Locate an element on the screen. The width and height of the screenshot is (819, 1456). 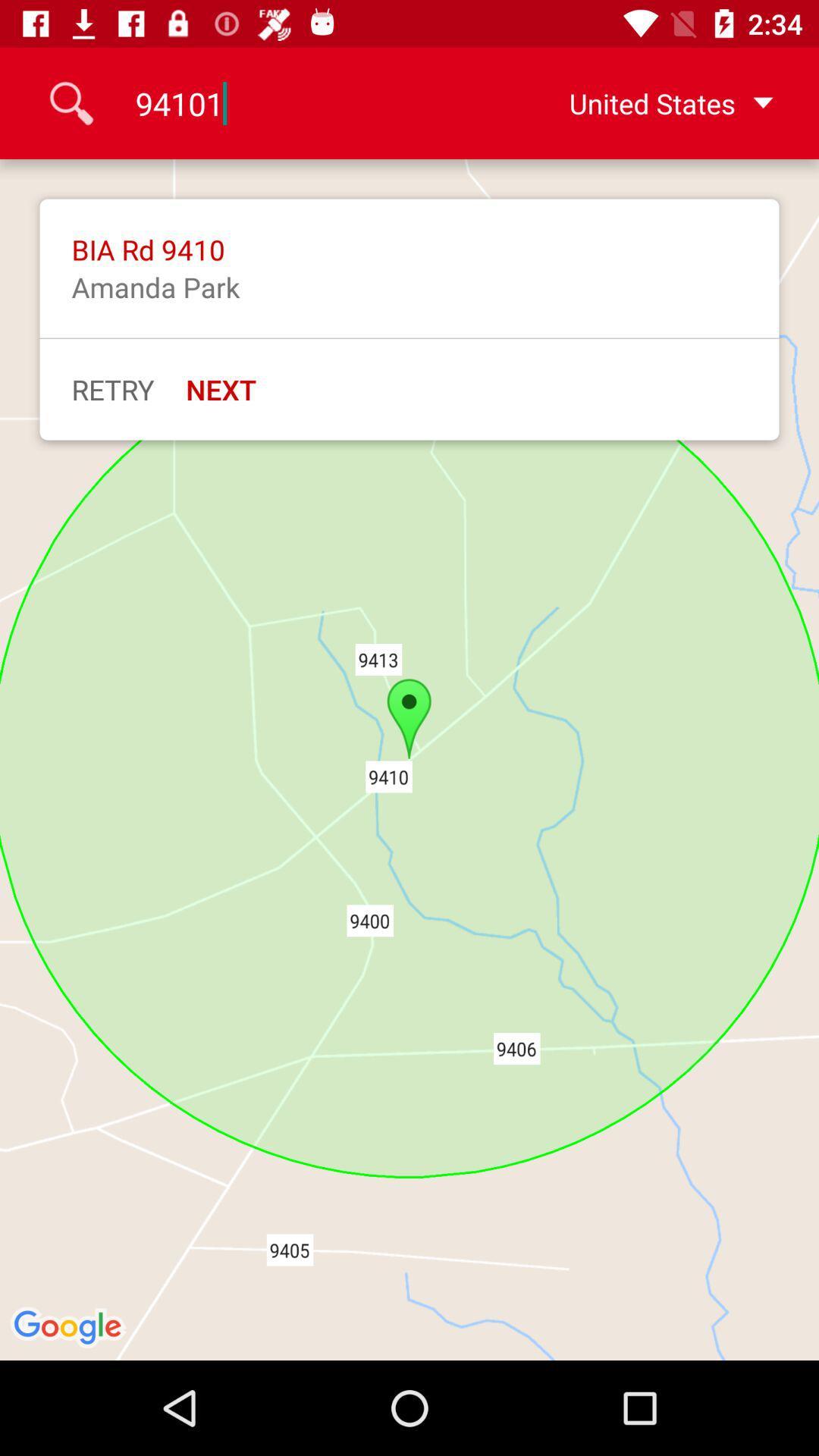
next item is located at coordinates (221, 389).